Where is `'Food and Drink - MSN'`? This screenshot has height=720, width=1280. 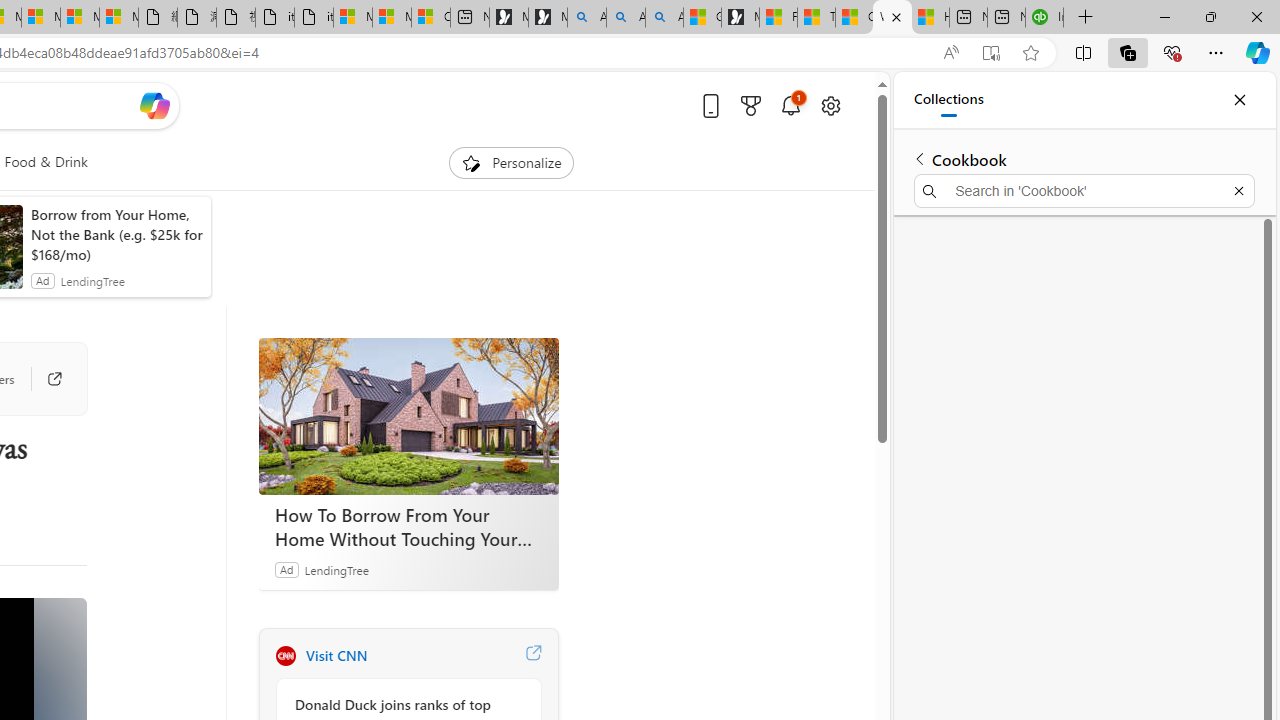 'Food and Drink - MSN' is located at coordinates (777, 17).